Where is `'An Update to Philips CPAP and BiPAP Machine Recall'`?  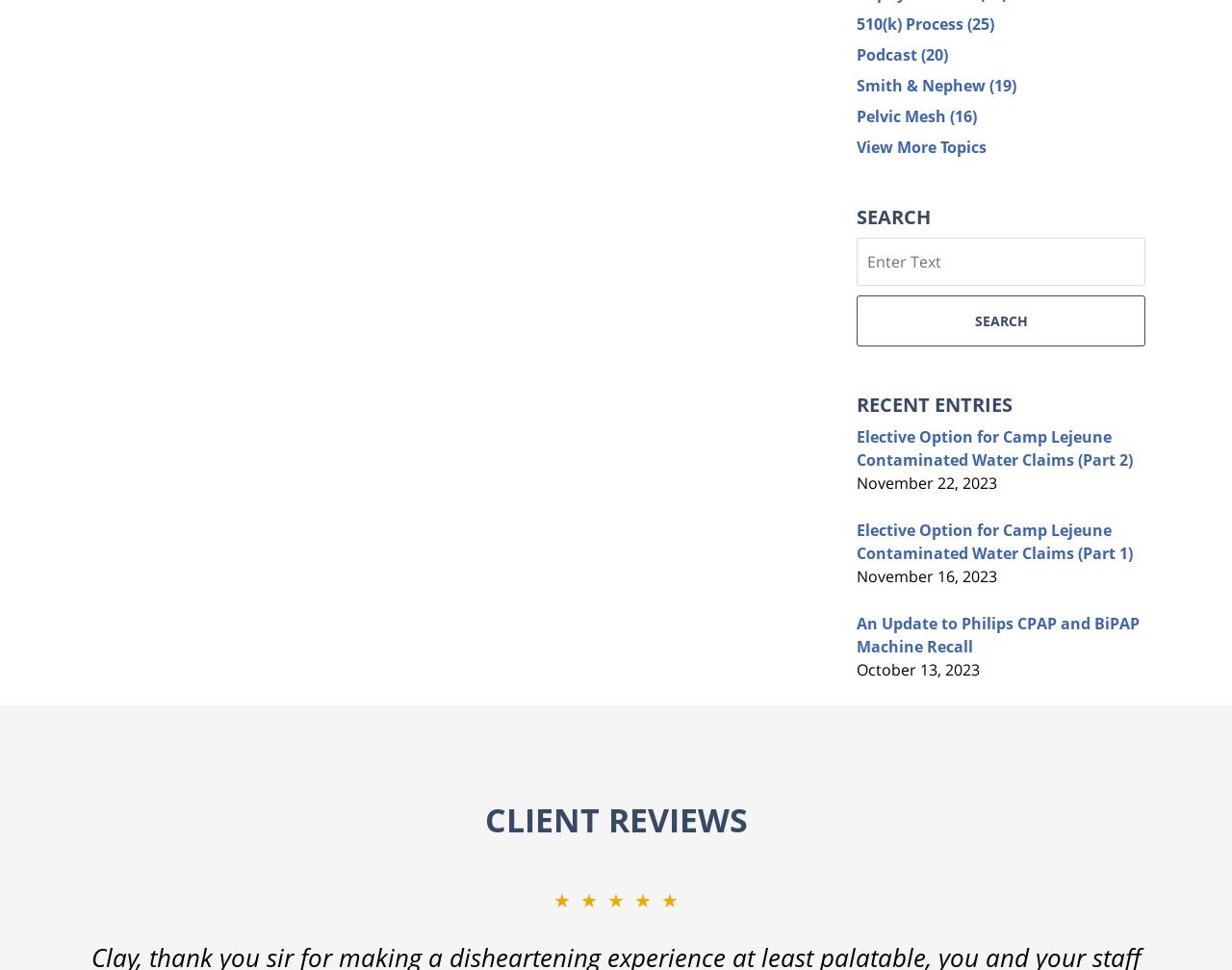 'An Update to Philips CPAP and BiPAP Machine Recall' is located at coordinates (998, 634).